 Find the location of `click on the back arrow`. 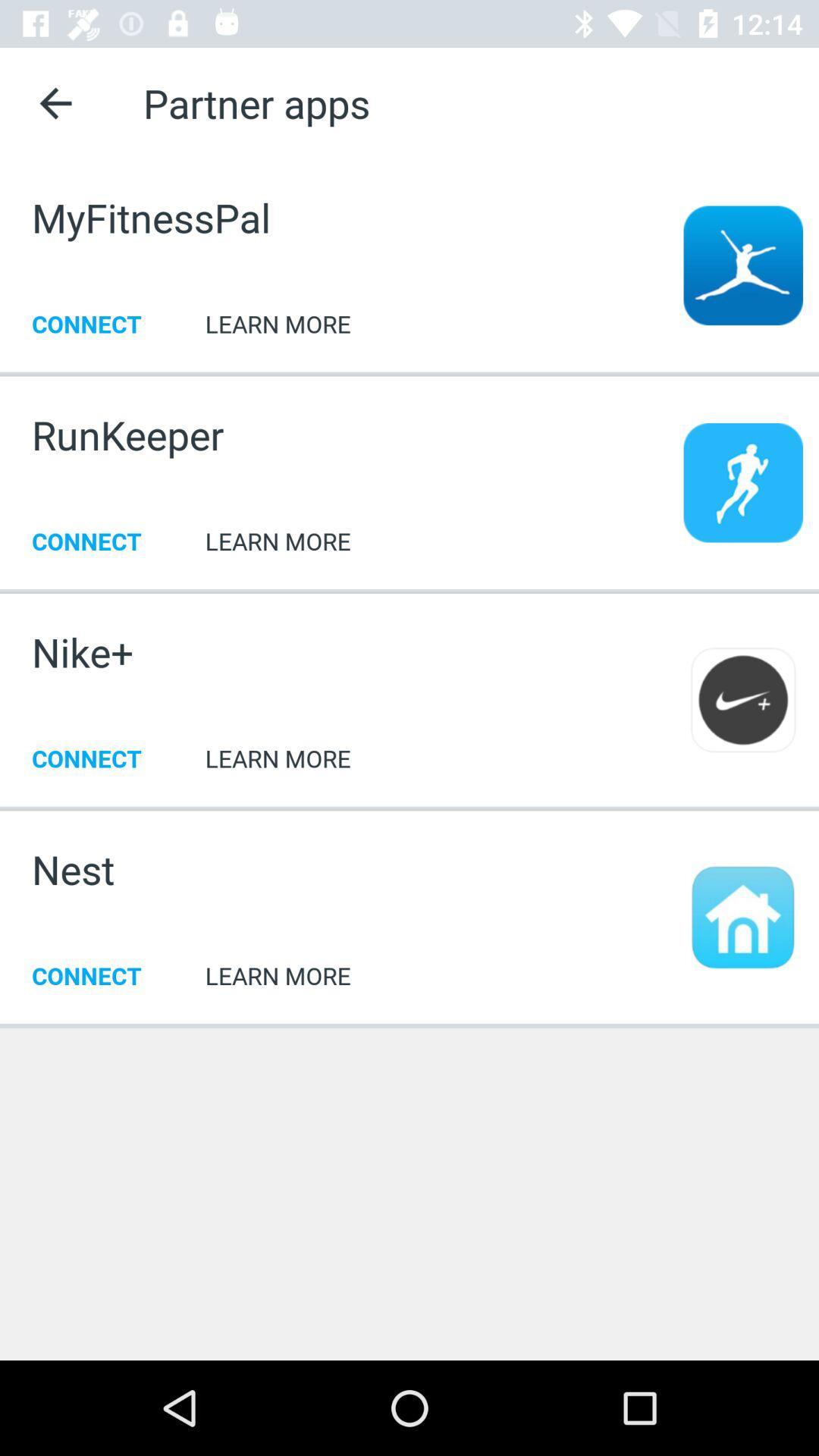

click on the back arrow is located at coordinates (55, 102).